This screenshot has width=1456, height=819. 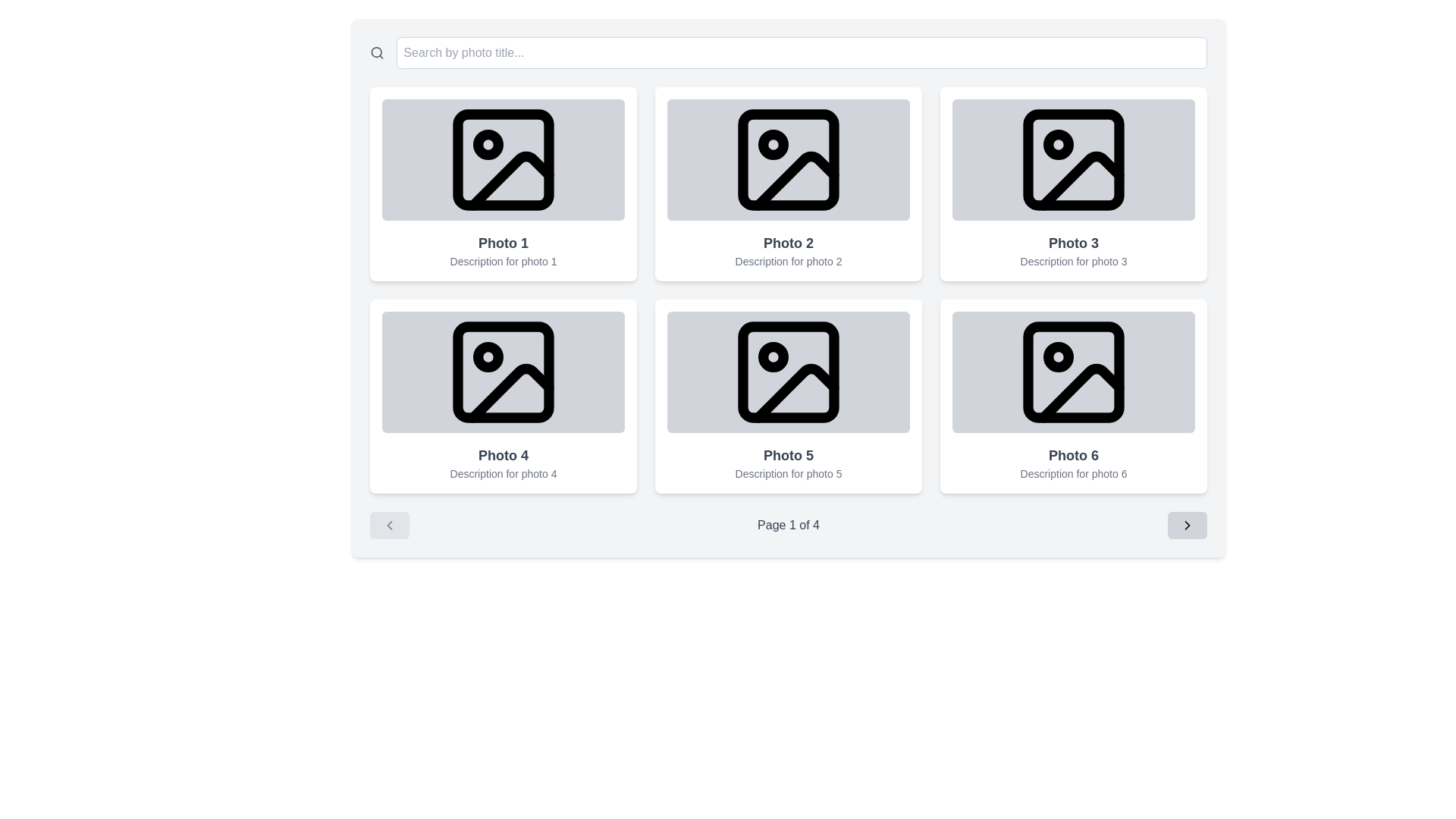 I want to click on the image placeholder representing 'Photo 5' with the description 'Description for photo 5' located in the grid's second row, center column, so click(x=789, y=372).